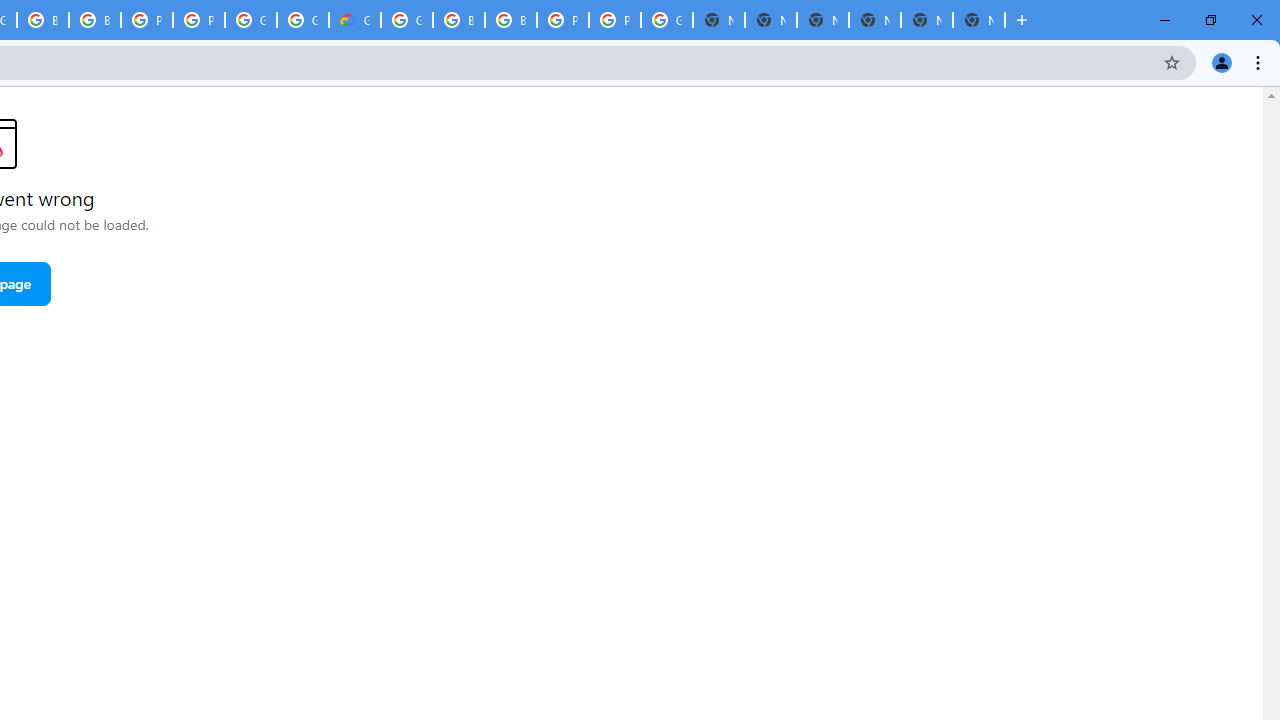 Image resolution: width=1280 pixels, height=720 pixels. Describe the element at coordinates (979, 20) in the screenshot. I see `'New Tab'` at that location.